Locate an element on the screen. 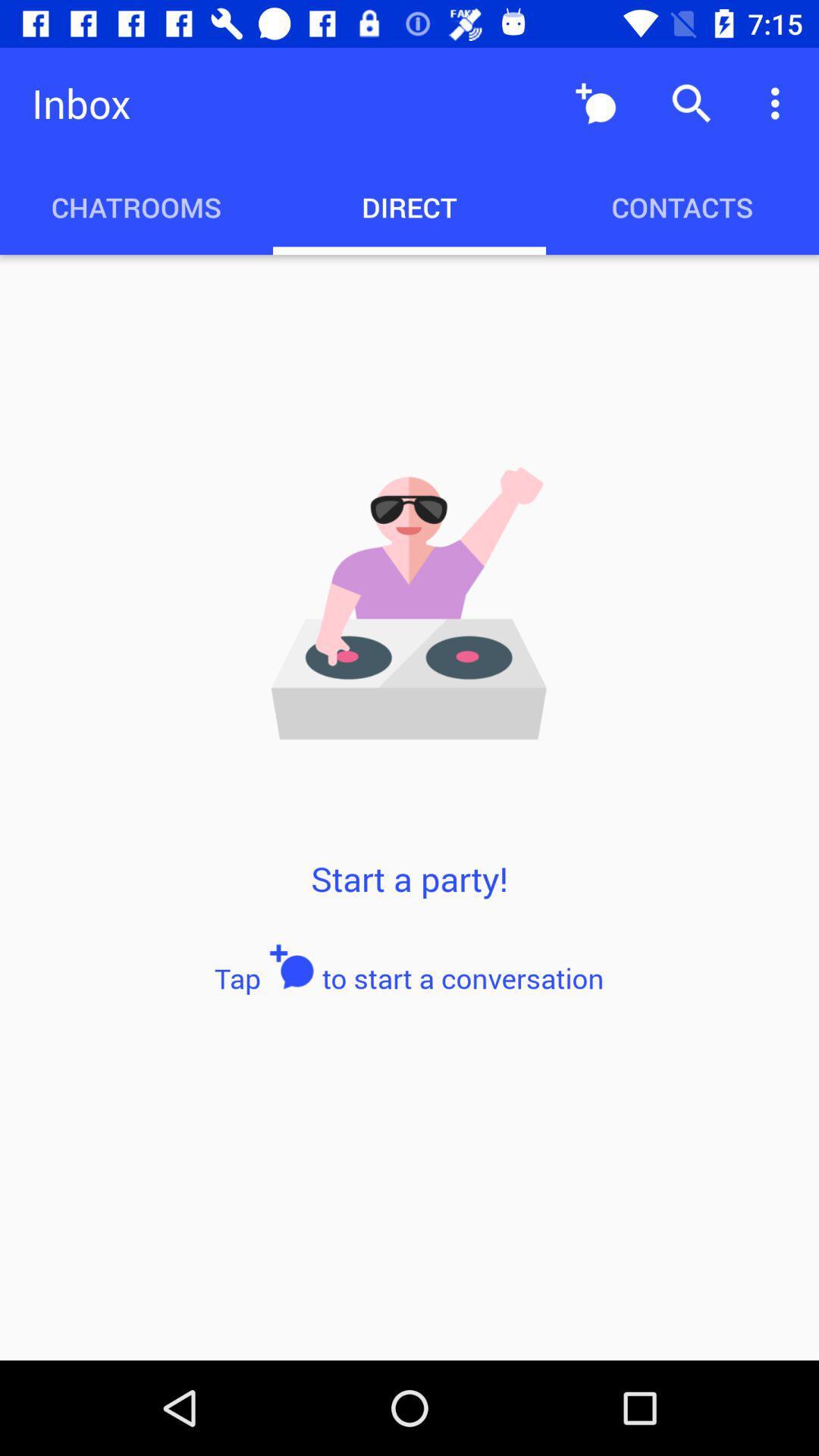  the icon next to the inbox is located at coordinates (595, 102).